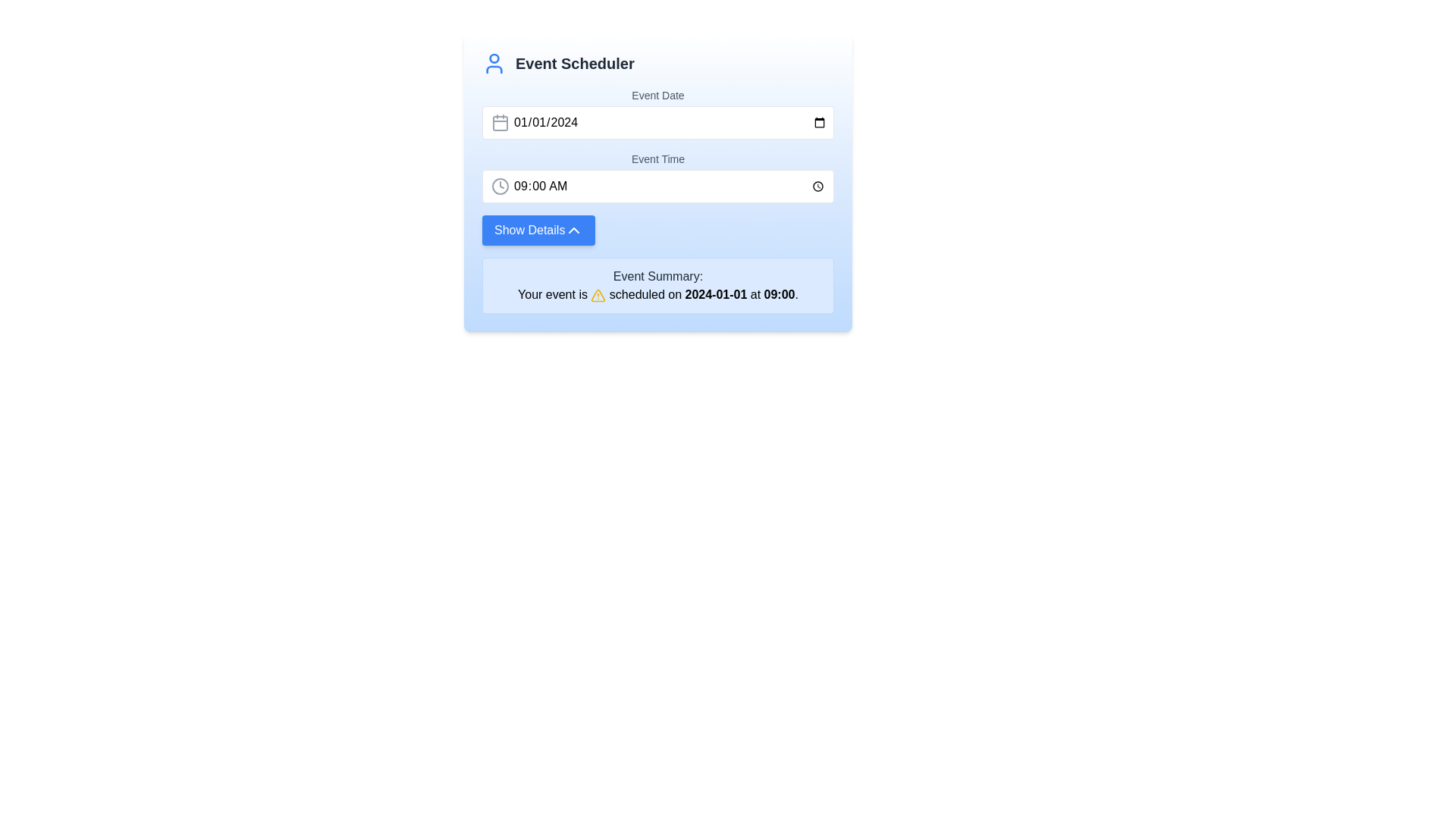  I want to click on the Time input field located below the 'Event Time' label by pressing the tab key, so click(658, 186).